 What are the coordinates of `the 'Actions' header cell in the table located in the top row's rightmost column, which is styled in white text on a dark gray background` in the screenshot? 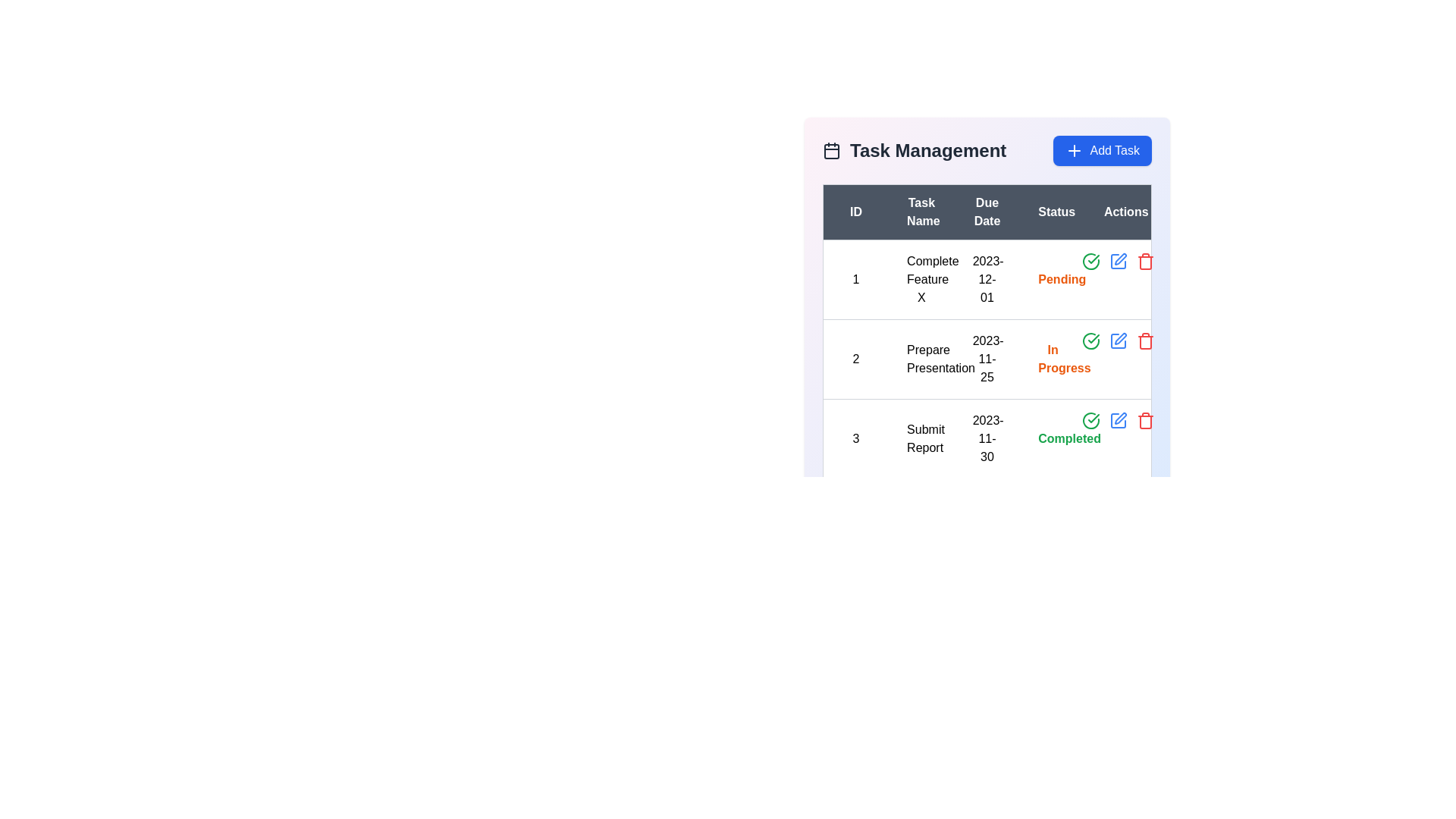 It's located at (1119, 212).